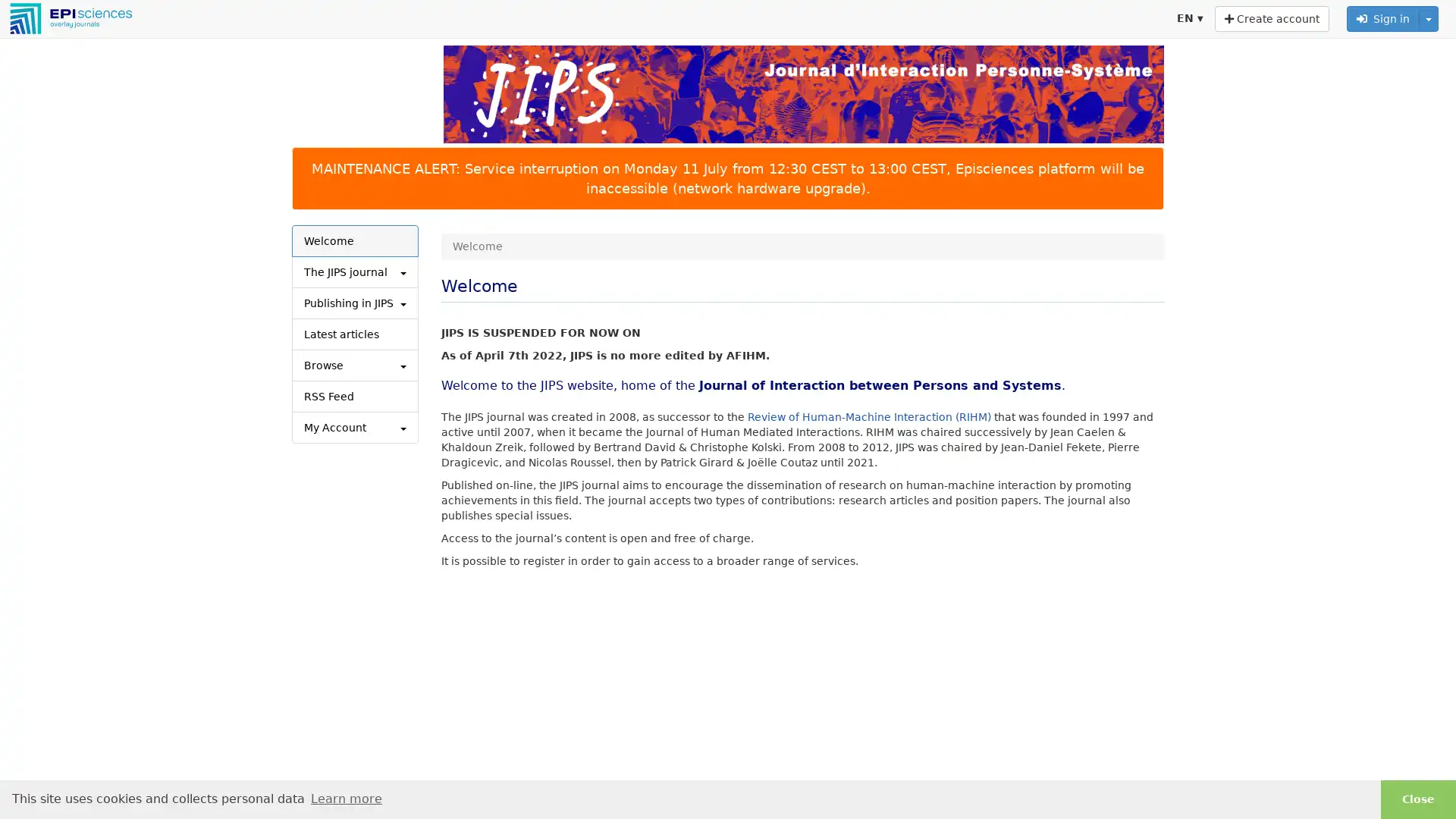 The height and width of the screenshot is (819, 1456). I want to click on Sign in, so click(1383, 18).